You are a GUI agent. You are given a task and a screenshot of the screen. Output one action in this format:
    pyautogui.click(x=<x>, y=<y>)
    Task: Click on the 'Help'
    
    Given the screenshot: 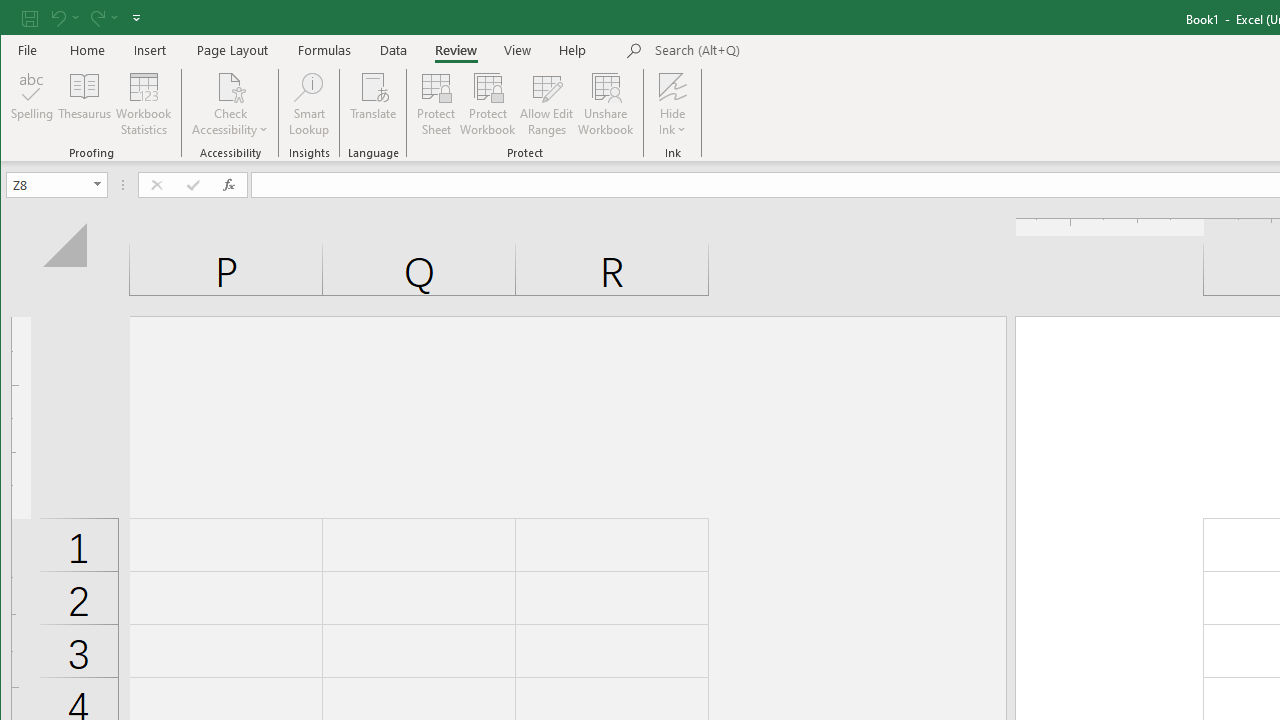 What is the action you would take?
    pyautogui.click(x=572, y=49)
    